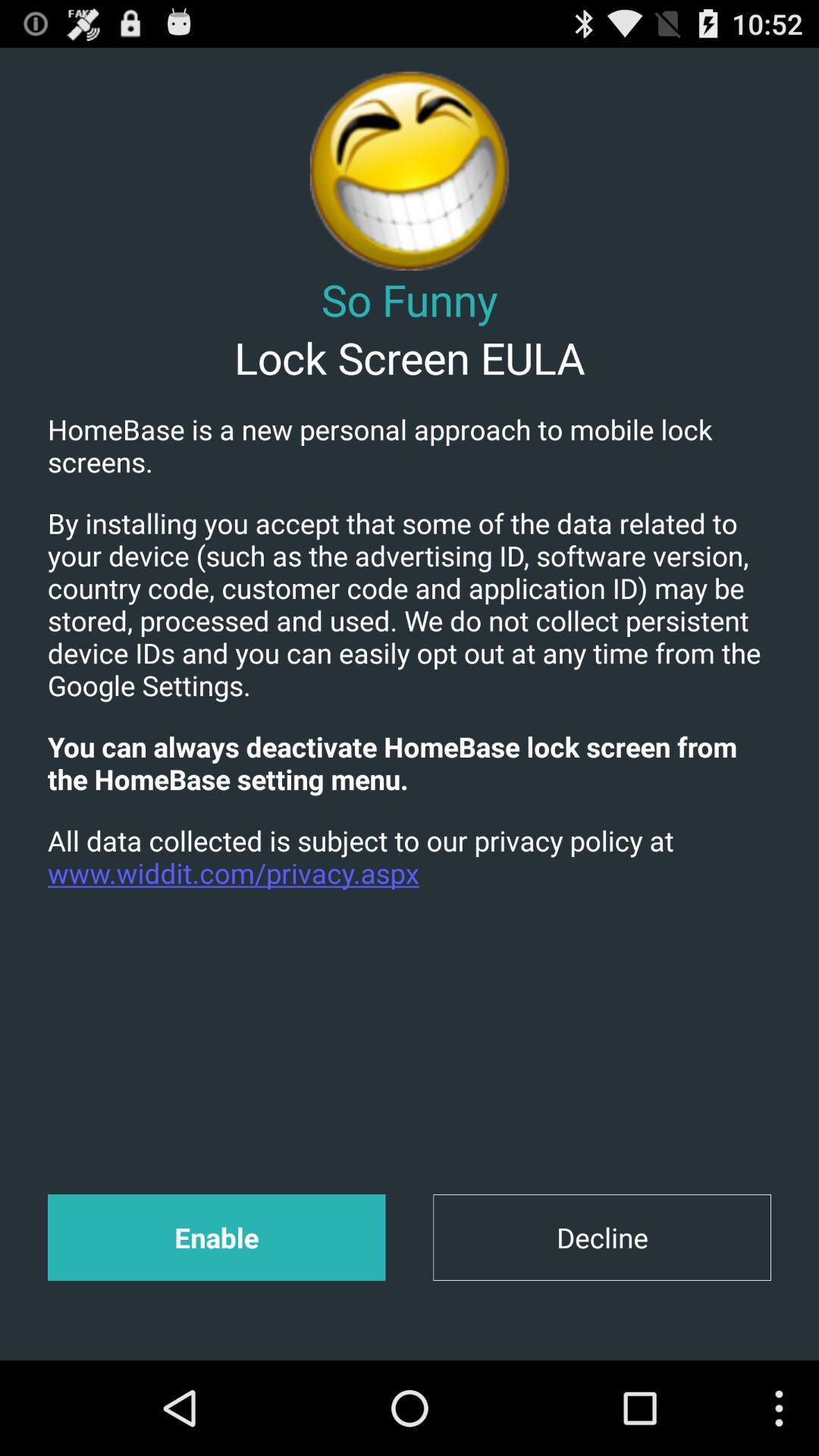 This screenshot has width=819, height=1456. What do you see at coordinates (409, 856) in the screenshot?
I see `all data collected app` at bounding box center [409, 856].